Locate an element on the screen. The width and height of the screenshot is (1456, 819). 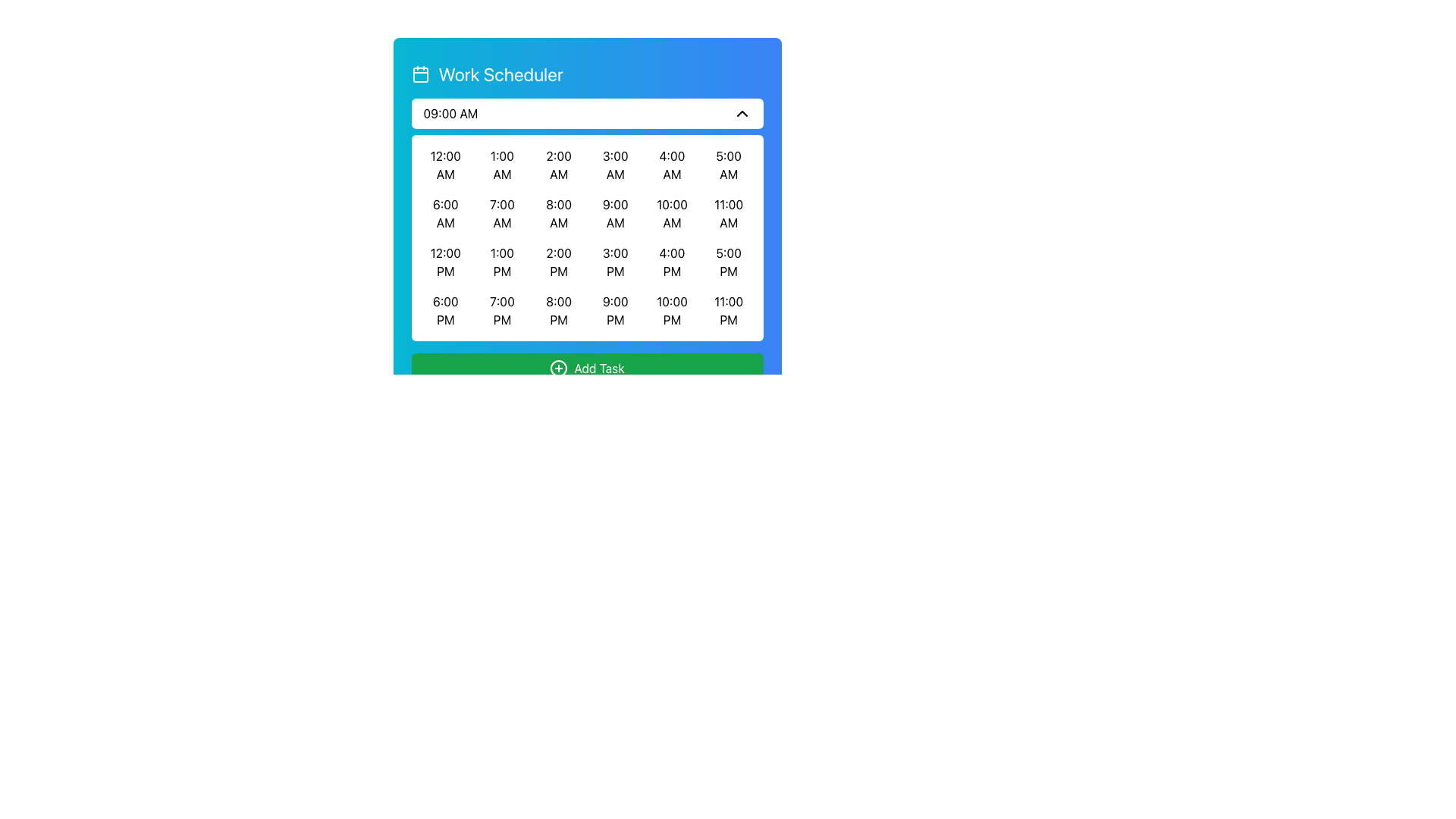
the upward-pointing chevron icon located to the right of the displayed time '09:00 AM' is located at coordinates (742, 113).